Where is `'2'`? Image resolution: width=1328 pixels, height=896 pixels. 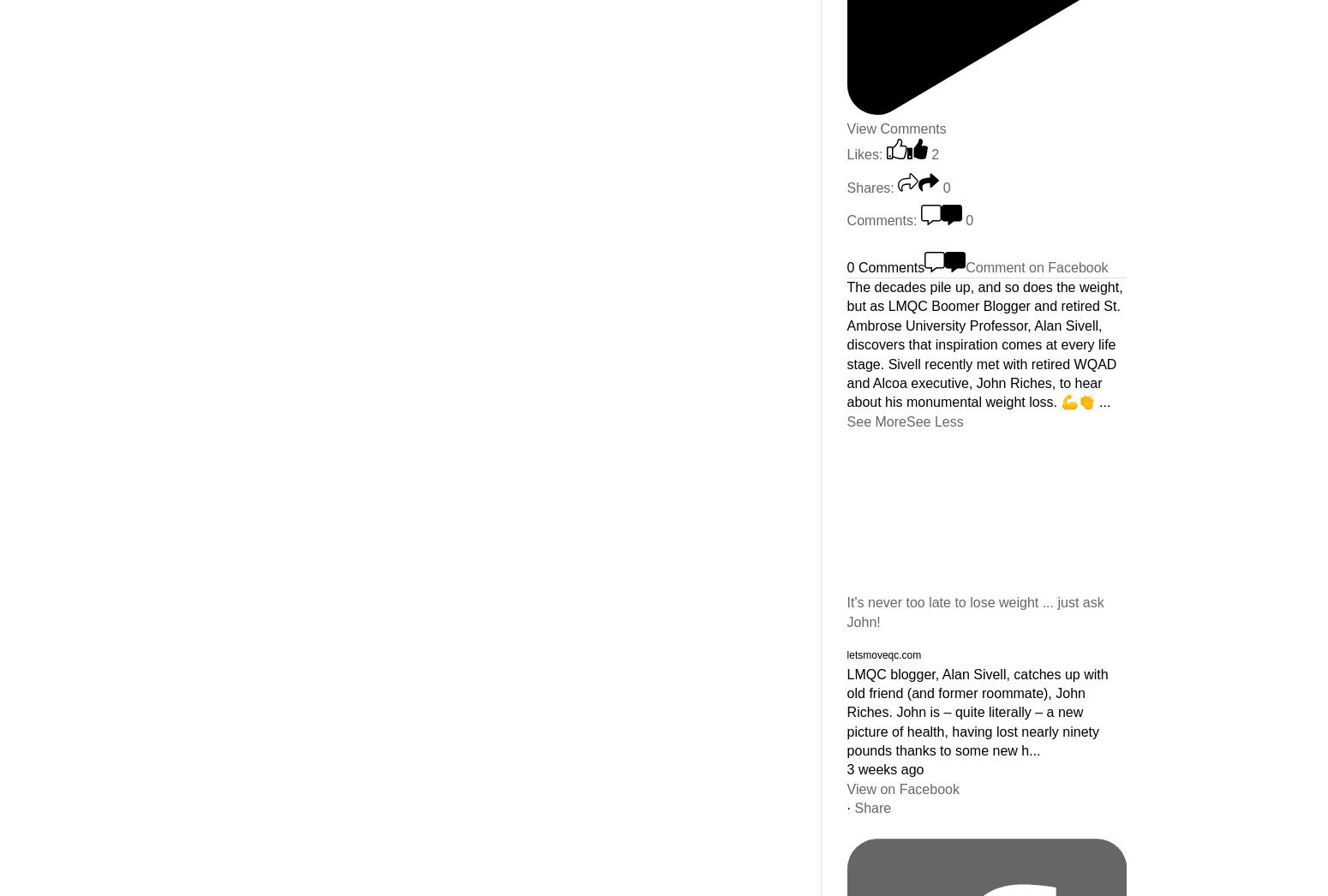
'2' is located at coordinates (930, 154).